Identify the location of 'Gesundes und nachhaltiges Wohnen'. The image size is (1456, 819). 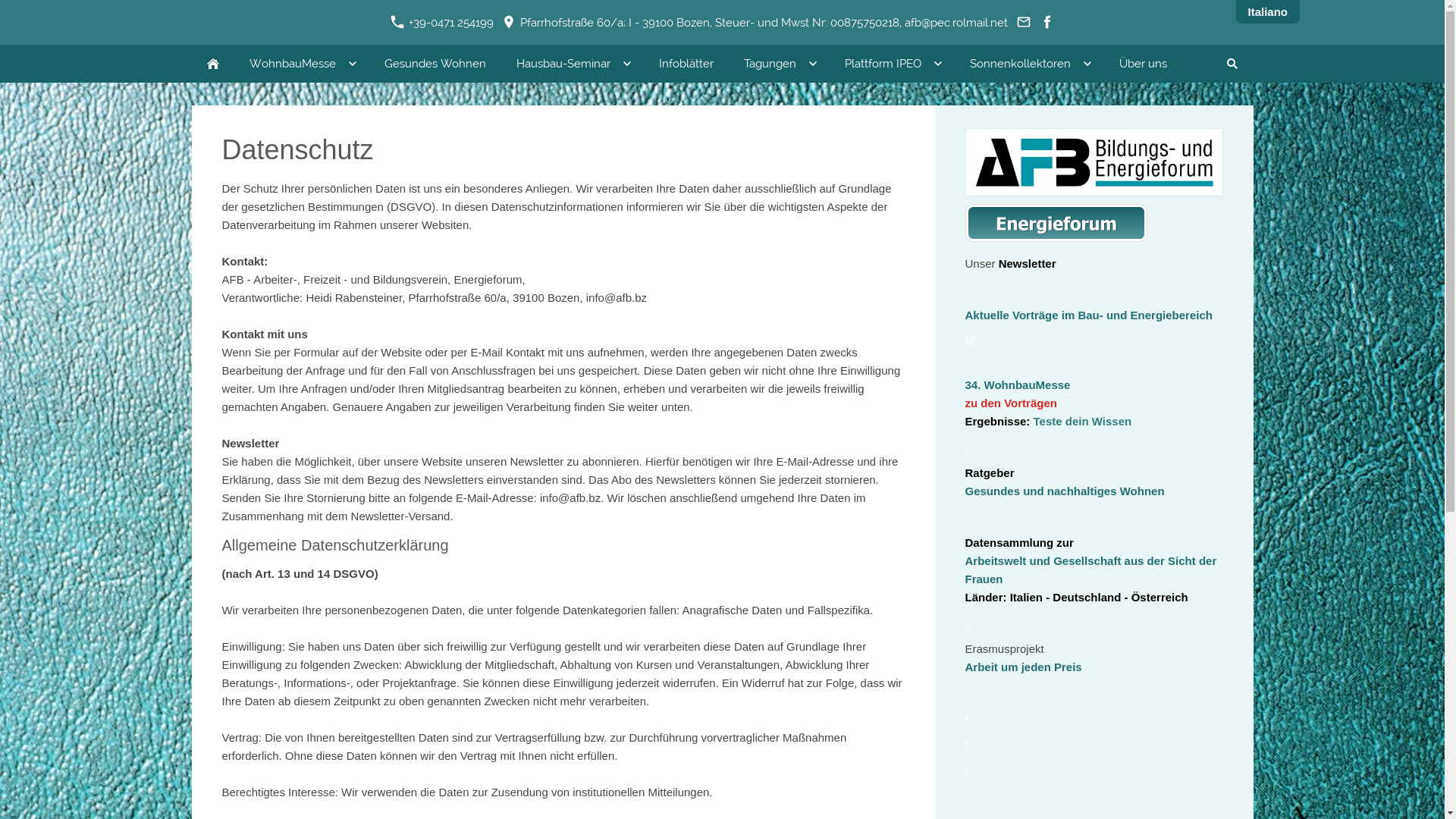
(1063, 491).